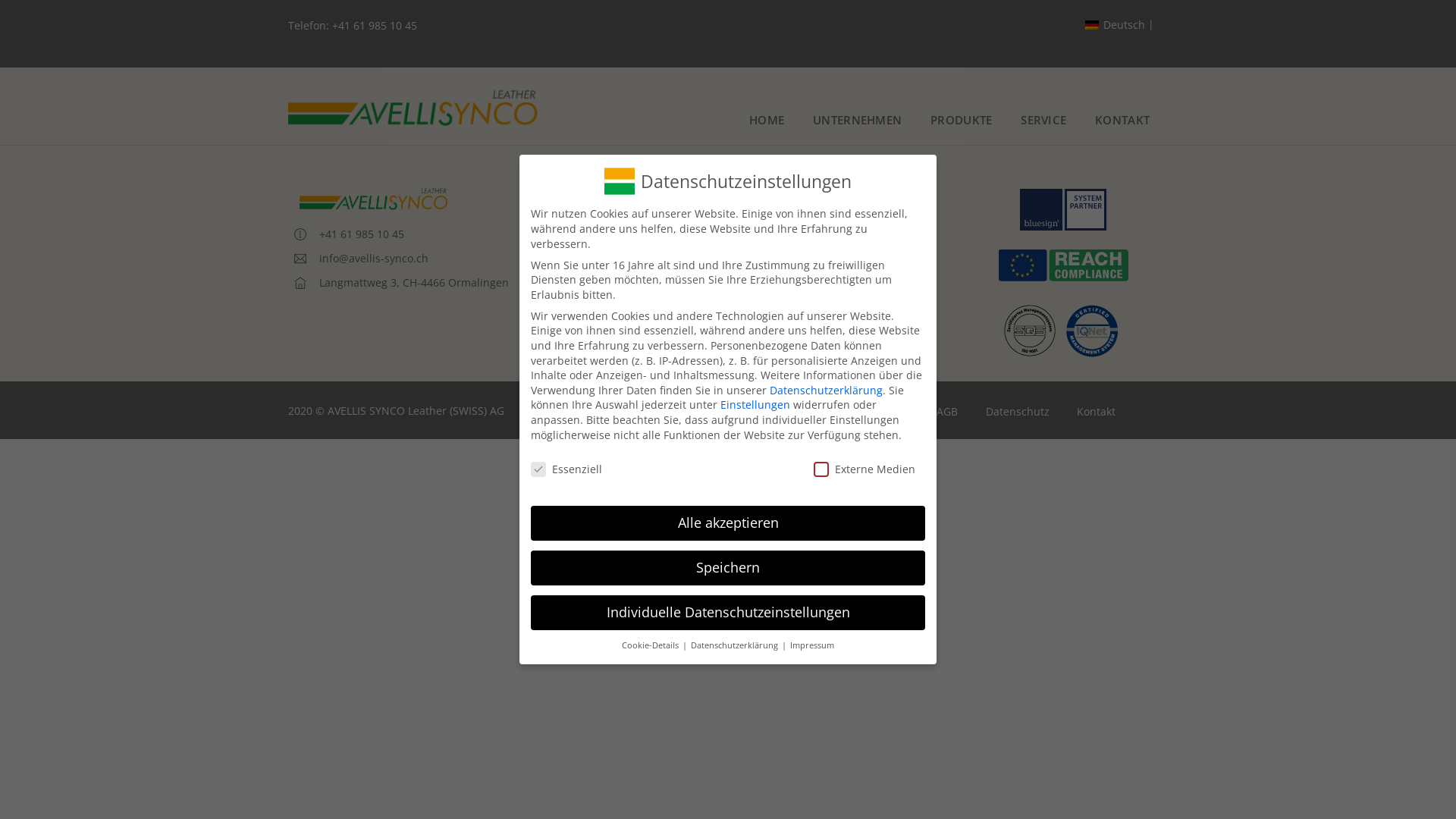 The width and height of the screenshot is (1456, 819). I want to click on 'Deutsch', so click(1119, 25).